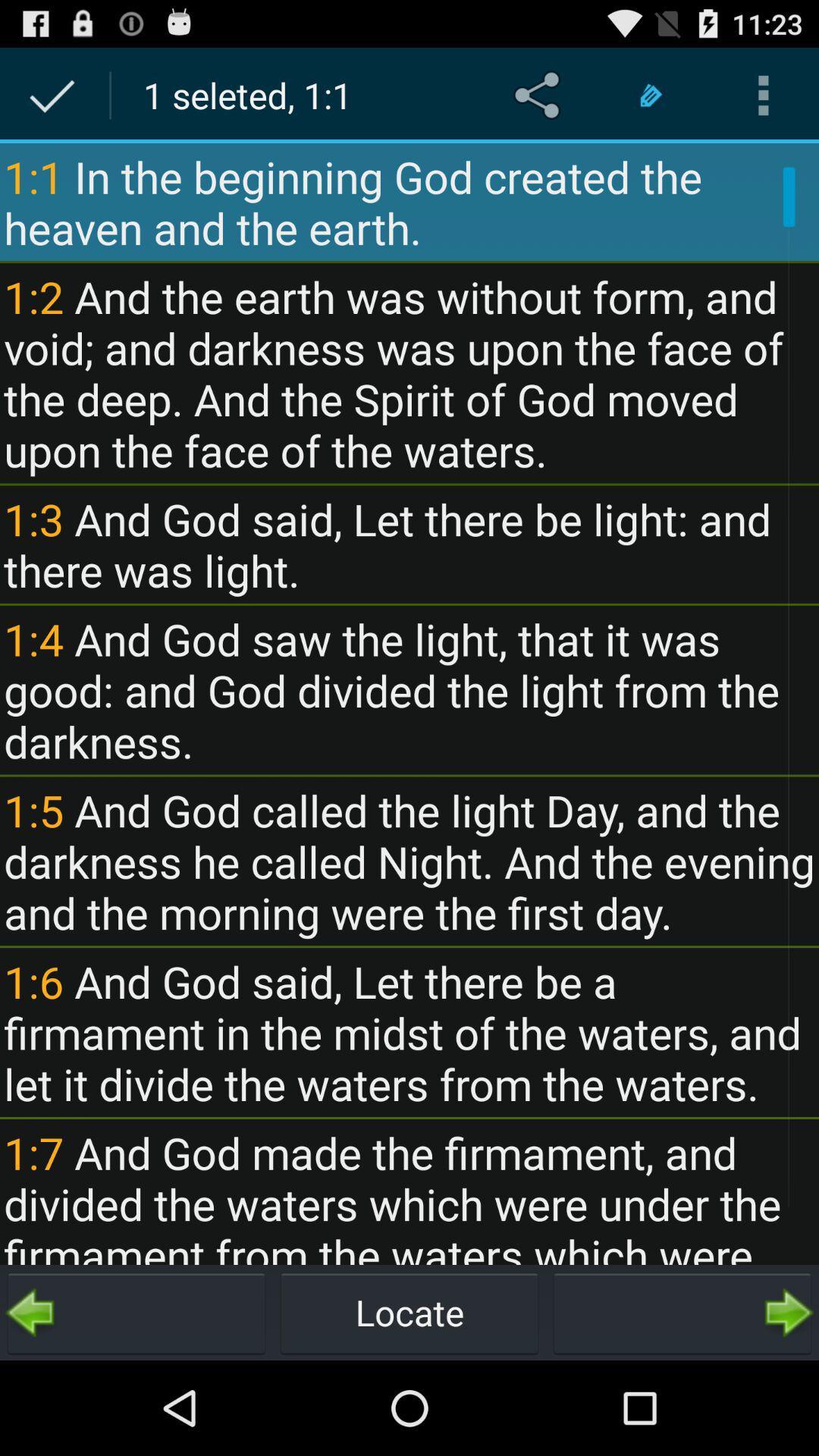 Image resolution: width=819 pixels, height=1456 pixels. What do you see at coordinates (136, 1312) in the screenshot?
I see `button next to the locate` at bounding box center [136, 1312].